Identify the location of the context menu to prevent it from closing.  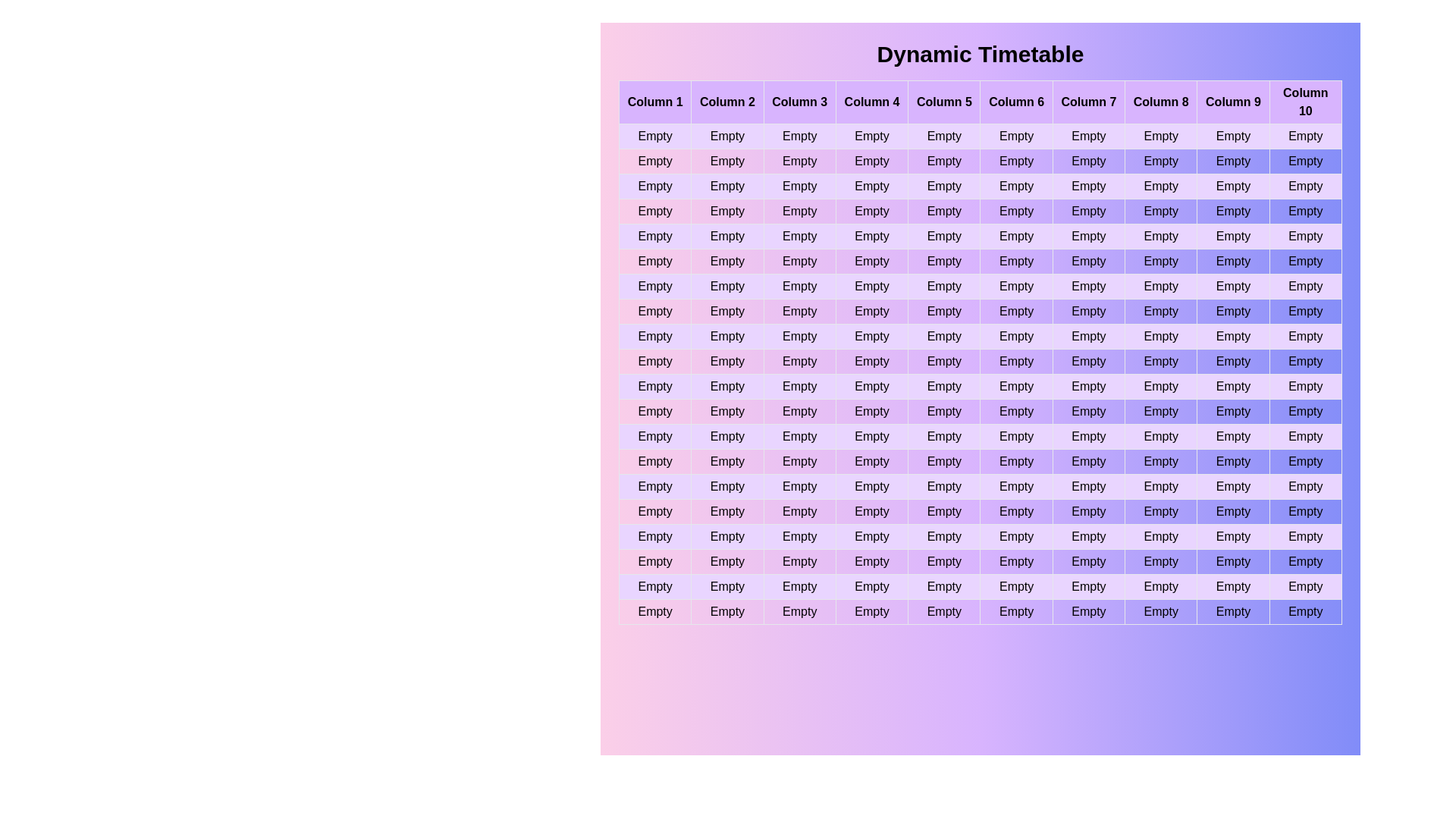
(682, 378).